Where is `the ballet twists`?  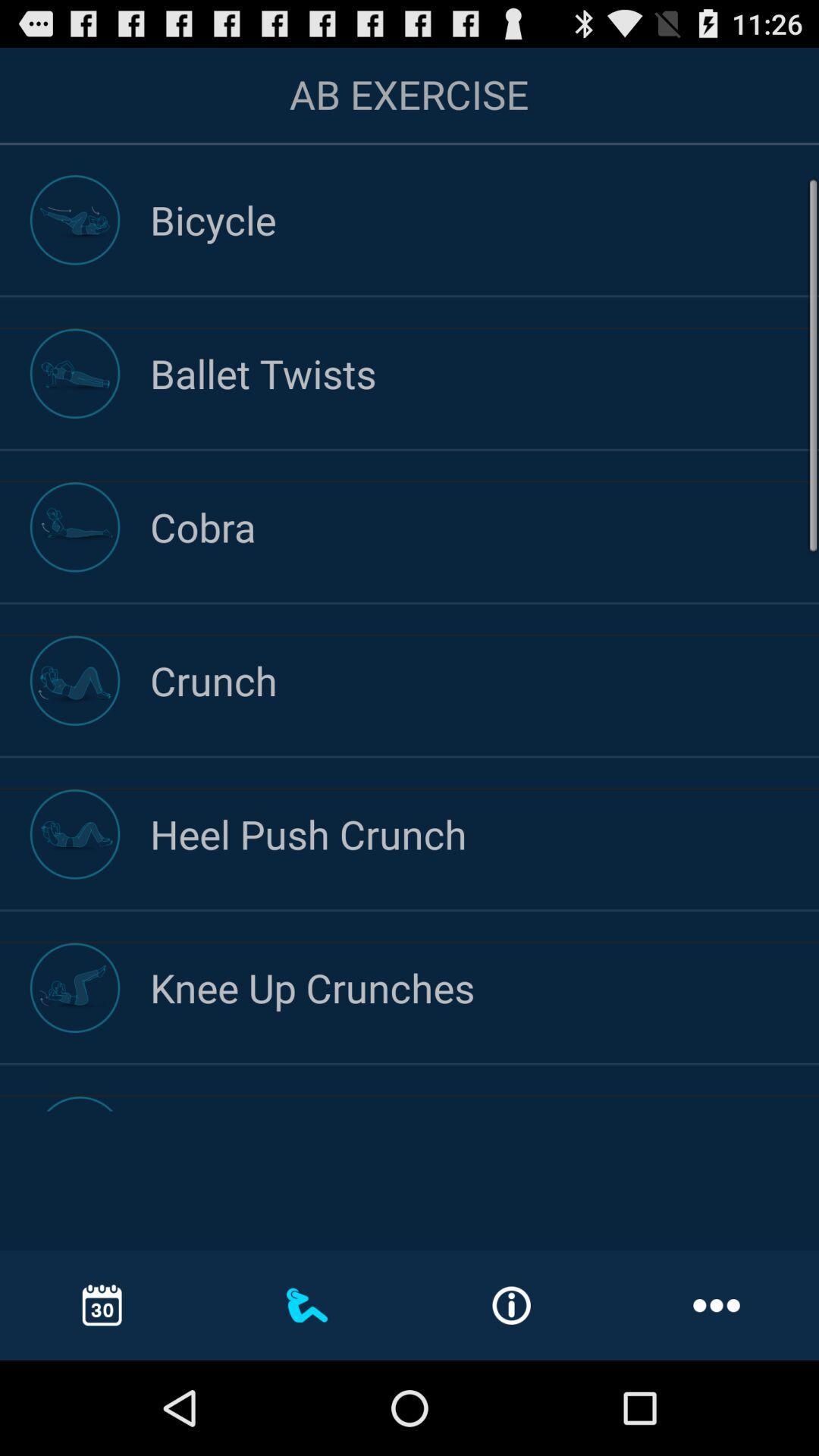
the ballet twists is located at coordinates (485, 373).